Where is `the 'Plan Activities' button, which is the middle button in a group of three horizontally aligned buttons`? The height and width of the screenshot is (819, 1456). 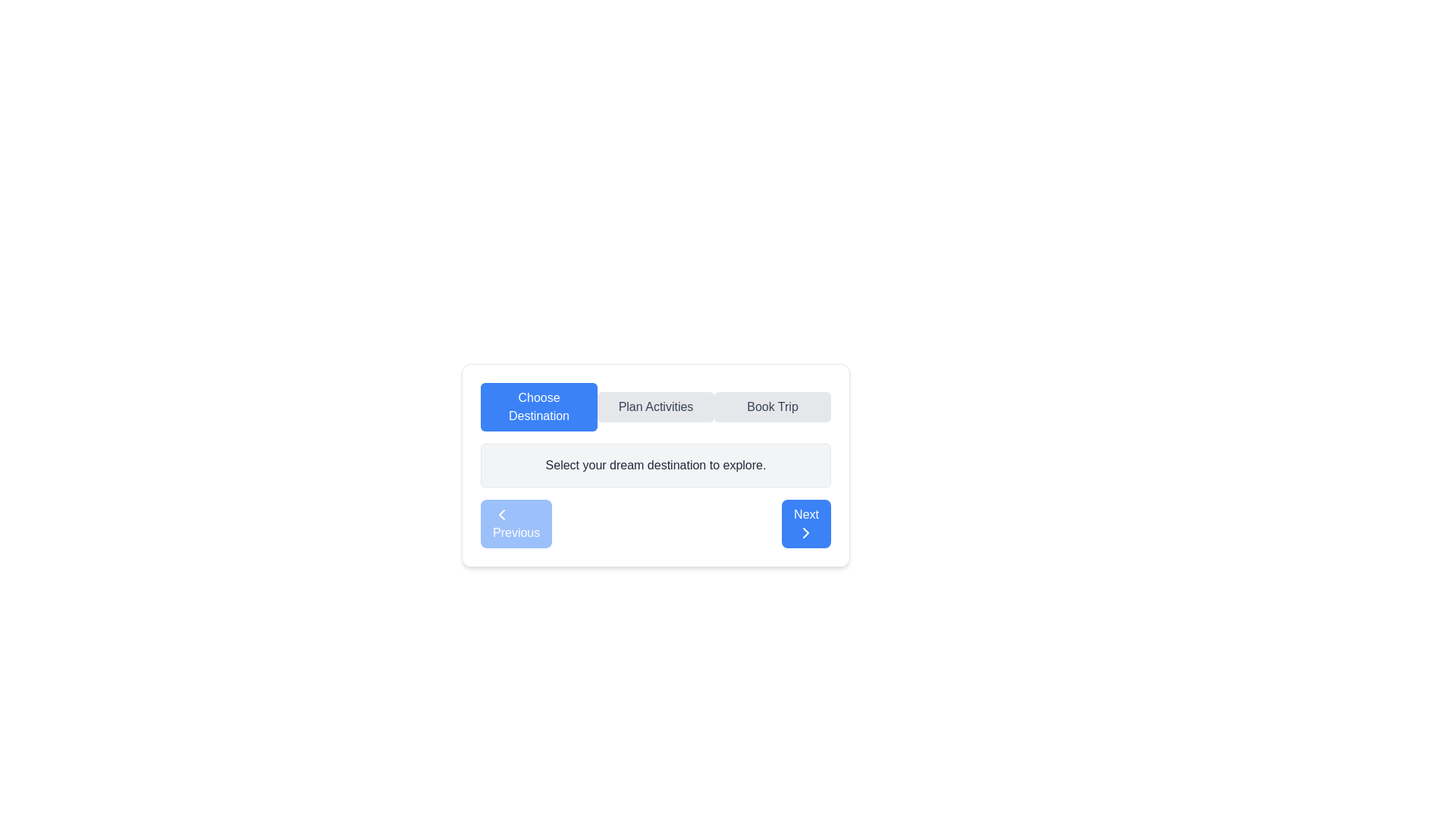
the 'Plan Activities' button, which is the middle button in a group of three horizontally aligned buttons is located at coordinates (655, 406).